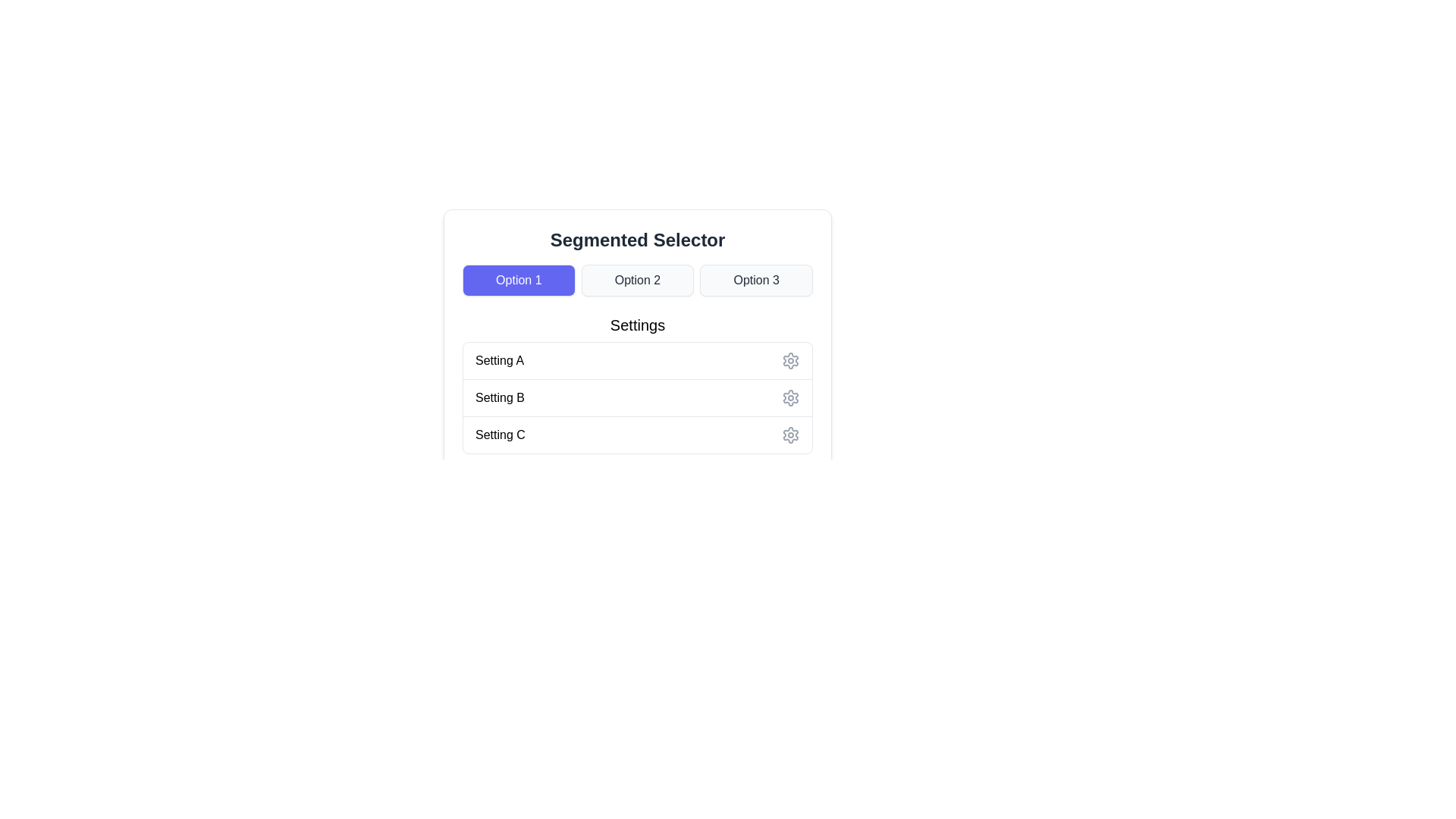 The image size is (1456, 819). What do you see at coordinates (789, 397) in the screenshot?
I see `the settings icon (gear icon) located in the second row next to 'Setting B'` at bounding box center [789, 397].